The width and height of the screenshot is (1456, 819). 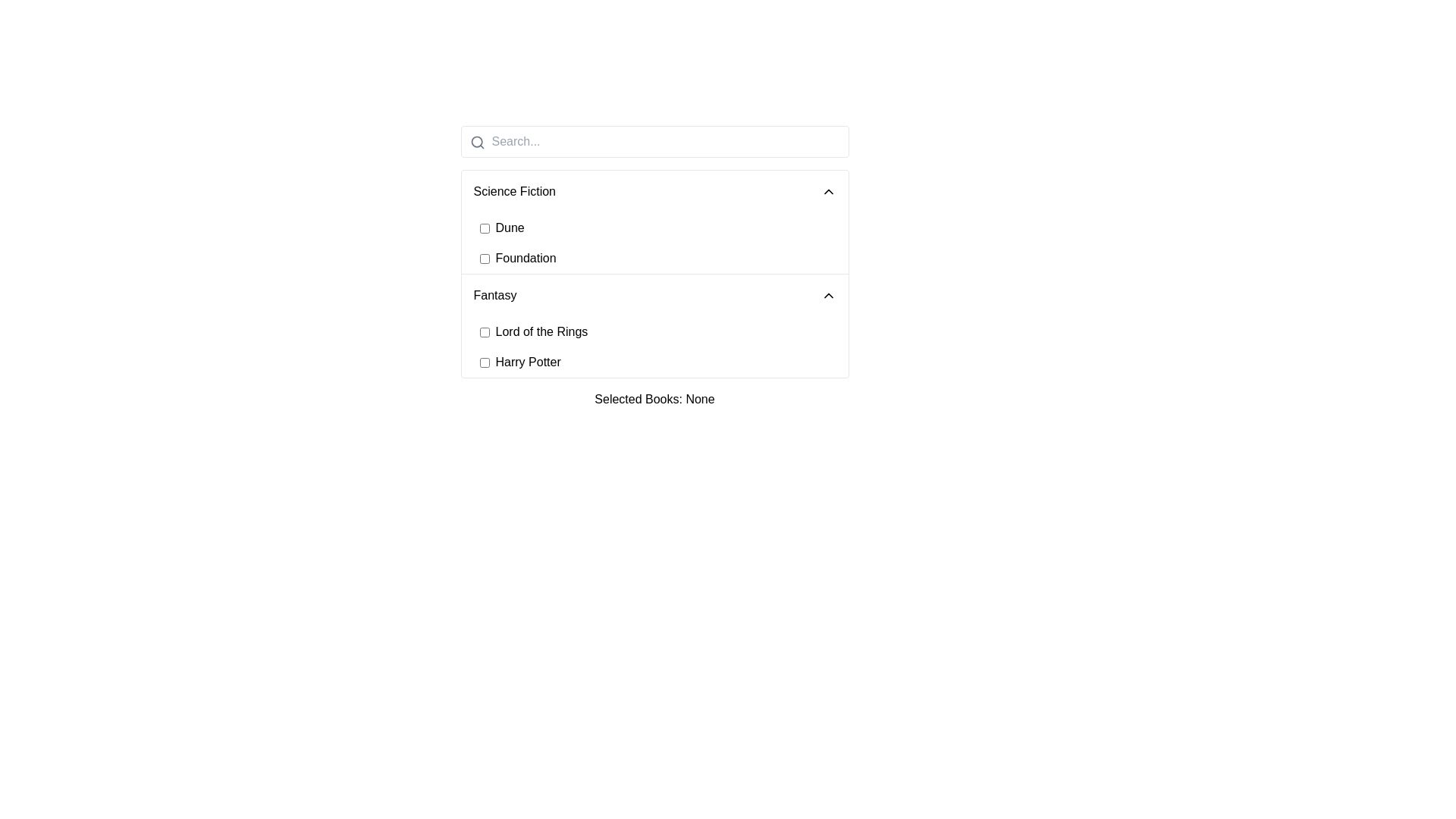 I want to click on the checkbox located next to the text 'Foundation' in the 'Science Fiction' section, so click(x=483, y=257).